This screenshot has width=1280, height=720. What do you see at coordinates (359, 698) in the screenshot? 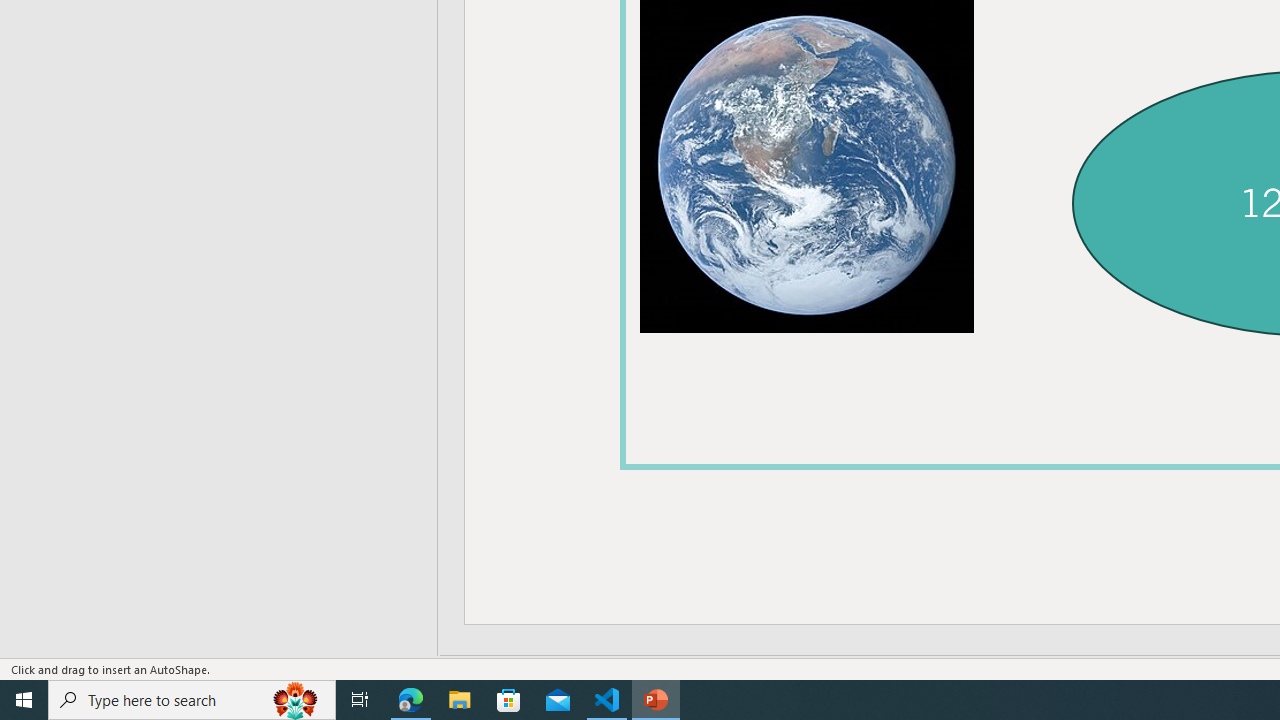
I see `'Task View'` at bounding box center [359, 698].